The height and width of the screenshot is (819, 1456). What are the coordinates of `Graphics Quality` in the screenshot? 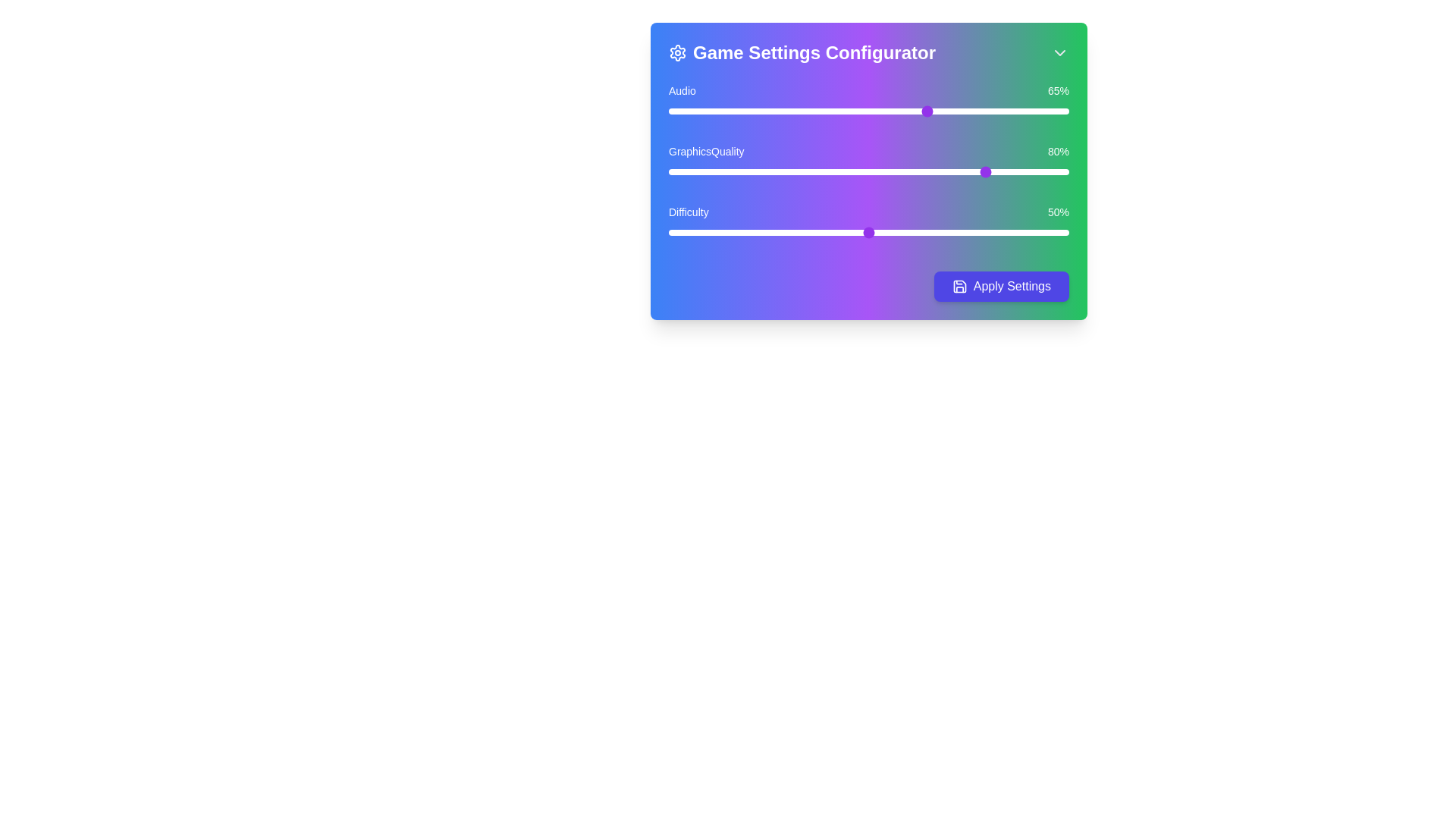 It's located at (816, 171).